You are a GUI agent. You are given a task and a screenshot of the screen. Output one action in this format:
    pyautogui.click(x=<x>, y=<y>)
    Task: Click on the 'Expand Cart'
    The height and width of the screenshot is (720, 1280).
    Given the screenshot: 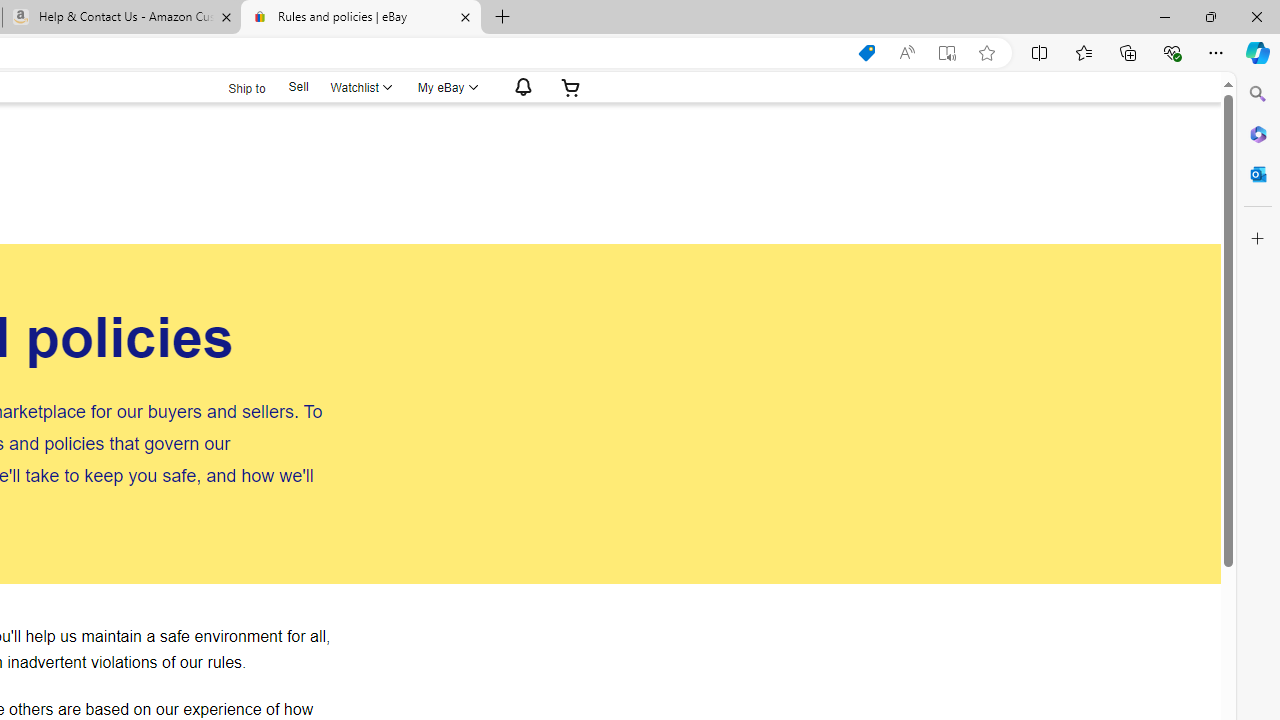 What is the action you would take?
    pyautogui.click(x=569, y=86)
    